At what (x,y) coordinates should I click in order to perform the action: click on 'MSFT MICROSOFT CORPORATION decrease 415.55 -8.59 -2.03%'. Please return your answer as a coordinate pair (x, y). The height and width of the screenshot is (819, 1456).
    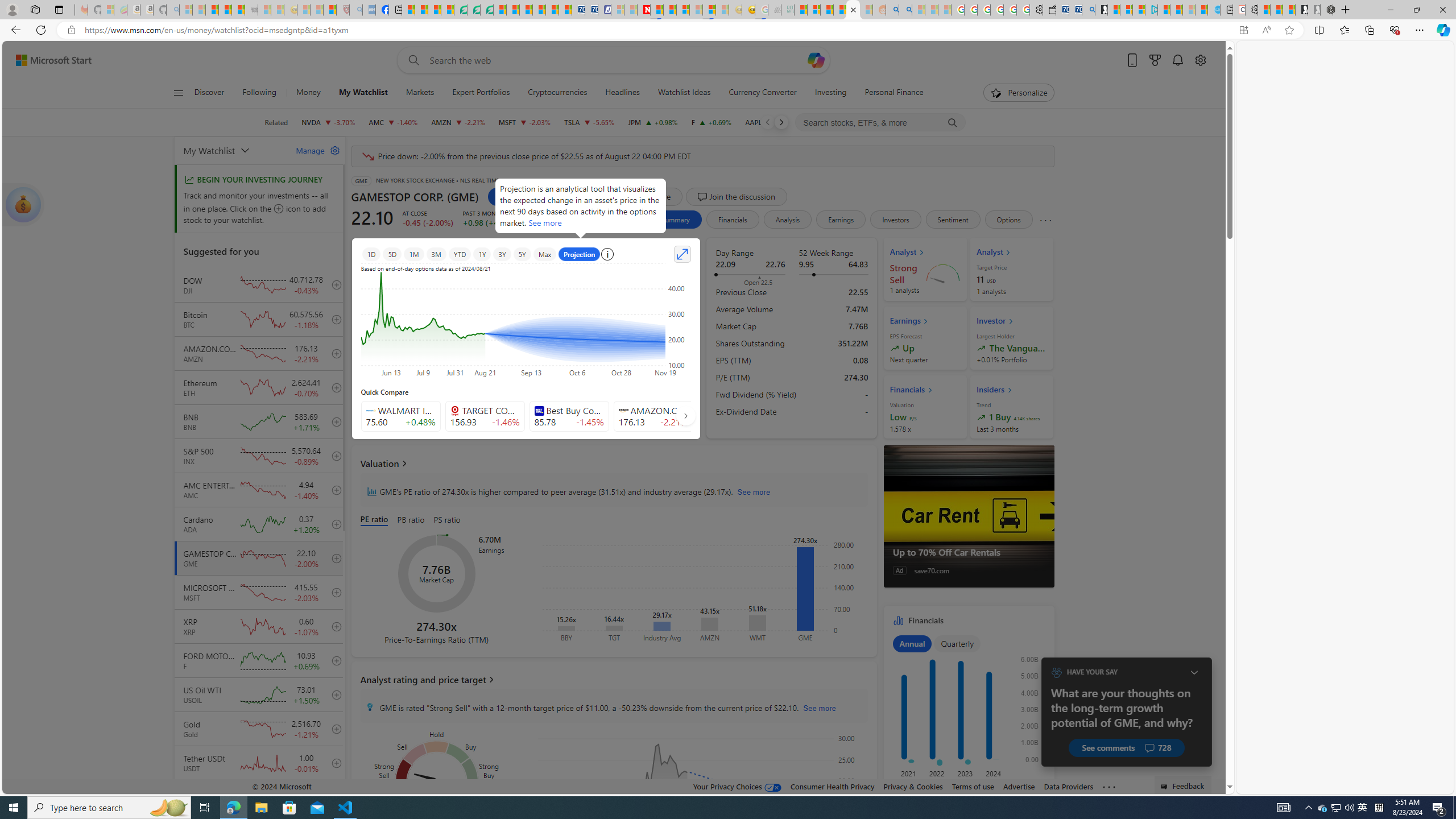
    Looking at the image, I should click on (524, 122).